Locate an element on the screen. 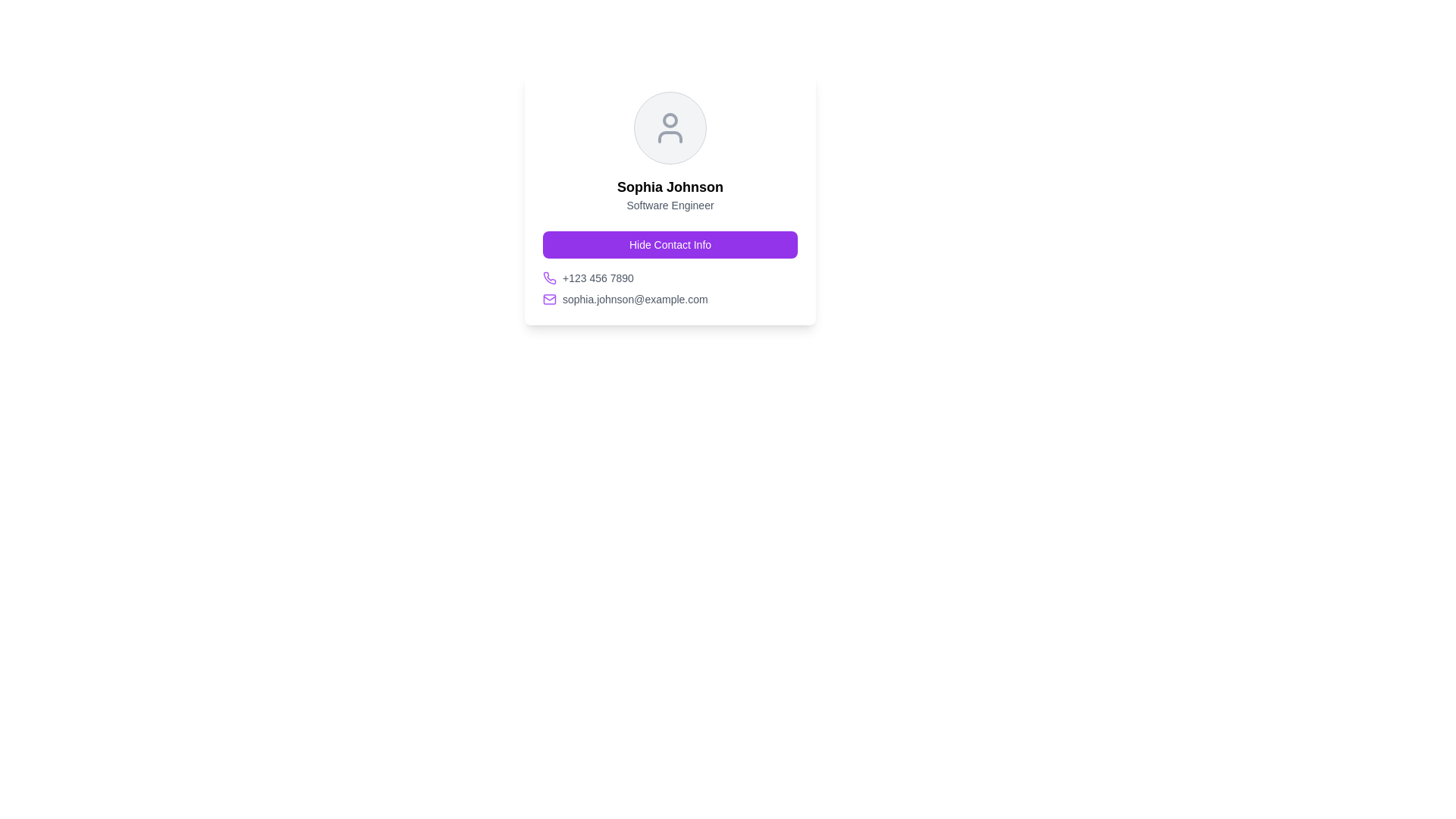  the unfilled rectangular SVG graphic element located at the bottom-left corner of the user's contact information card, which is positioned beneath a graphical indicator line is located at coordinates (548, 299).